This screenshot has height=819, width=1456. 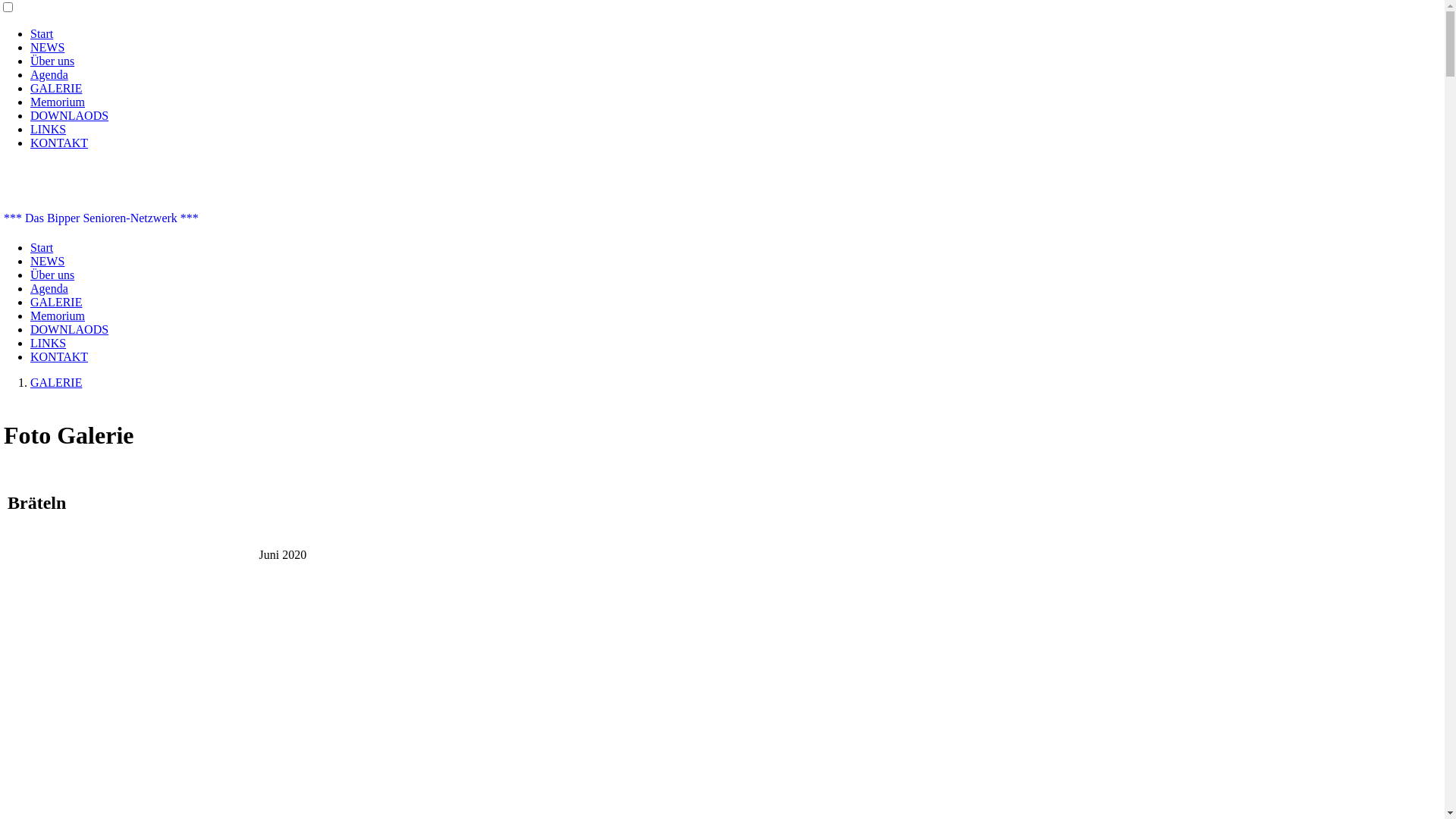 I want to click on 'Agenda', so click(x=49, y=74).